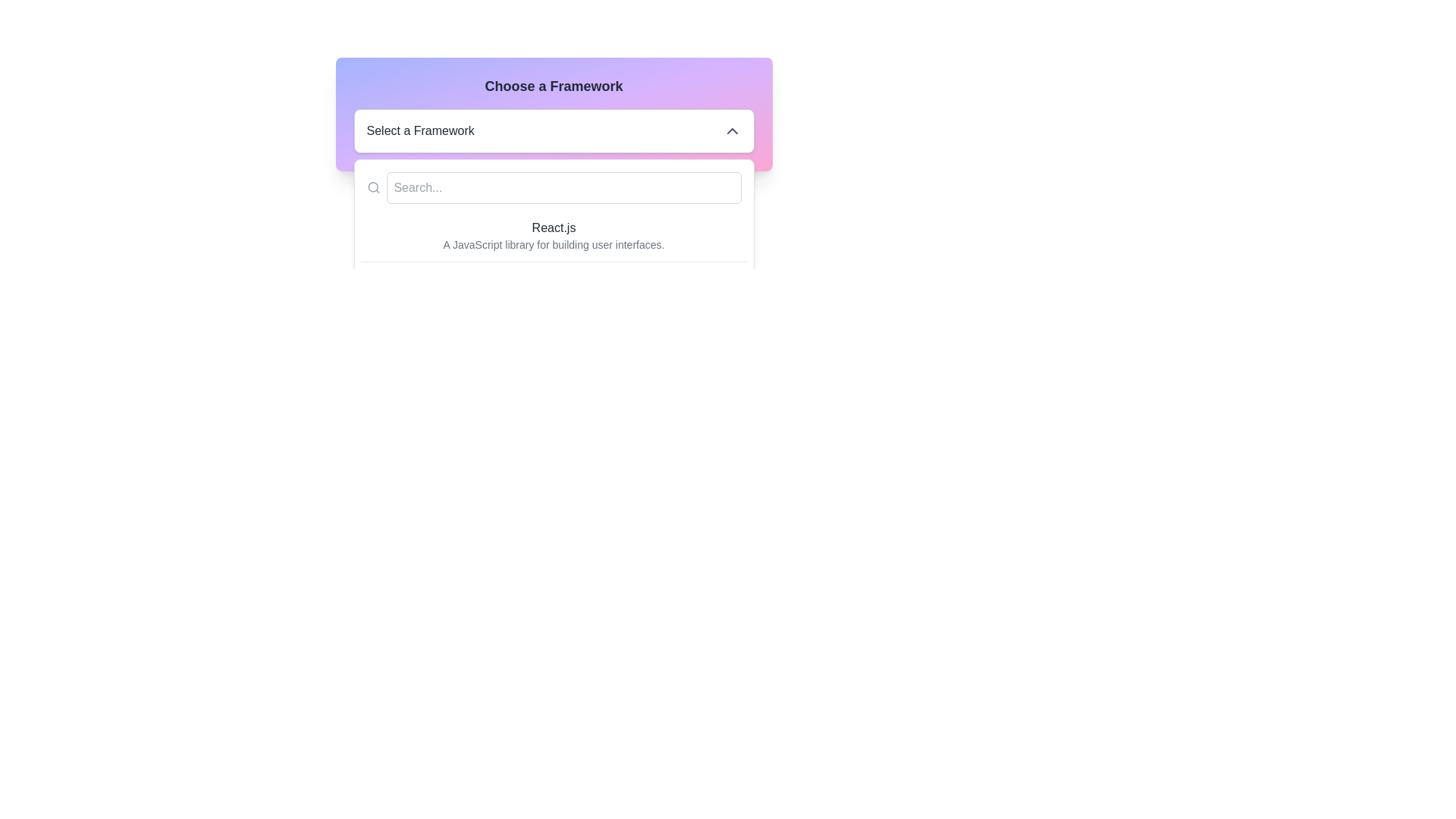 Image resolution: width=1456 pixels, height=819 pixels. Describe the element at coordinates (373, 187) in the screenshot. I see `the inner circular part of the magnifying glass icon, which represents the lens of the search feature` at that location.